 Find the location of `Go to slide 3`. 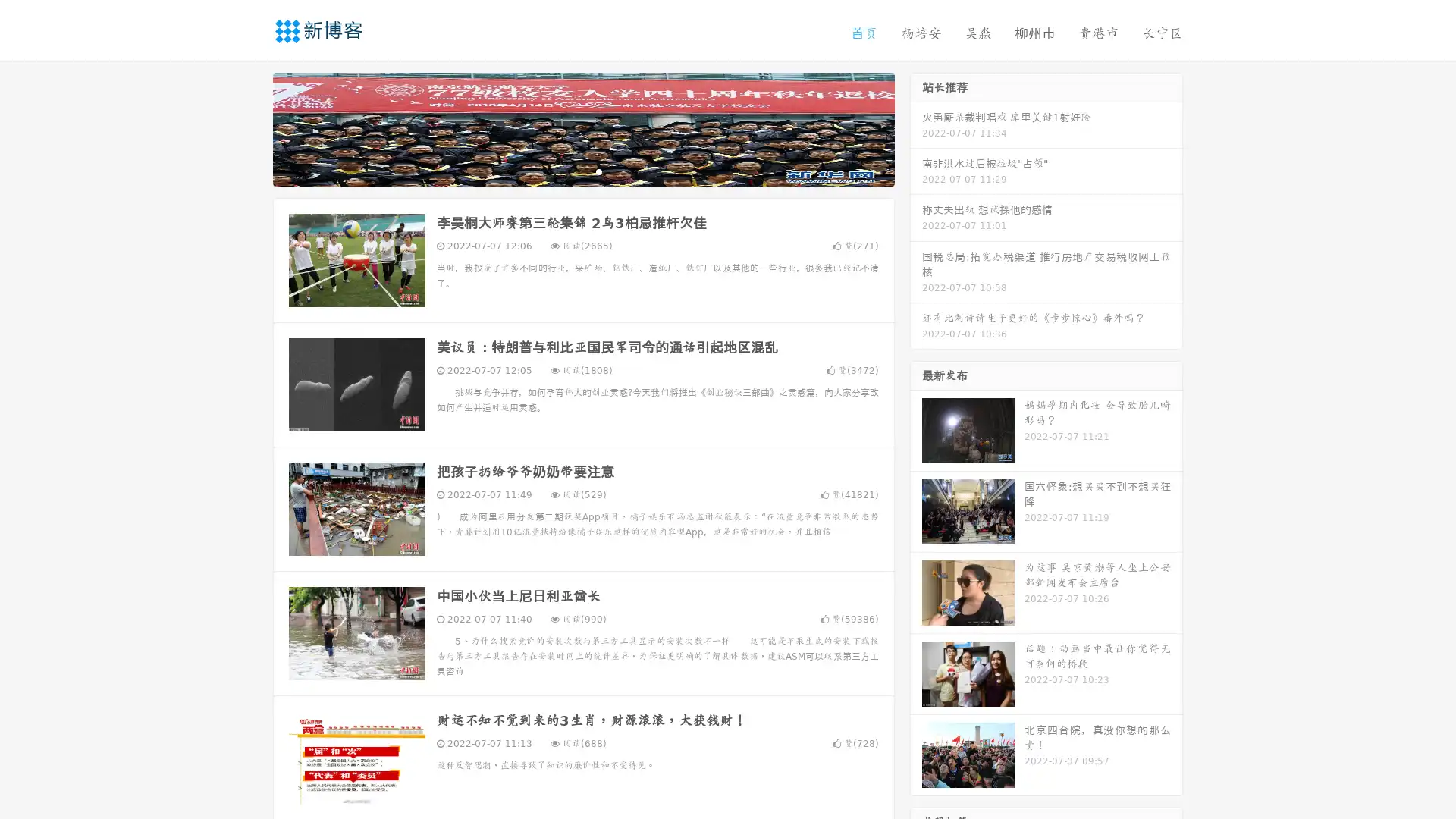

Go to slide 3 is located at coordinates (598, 171).